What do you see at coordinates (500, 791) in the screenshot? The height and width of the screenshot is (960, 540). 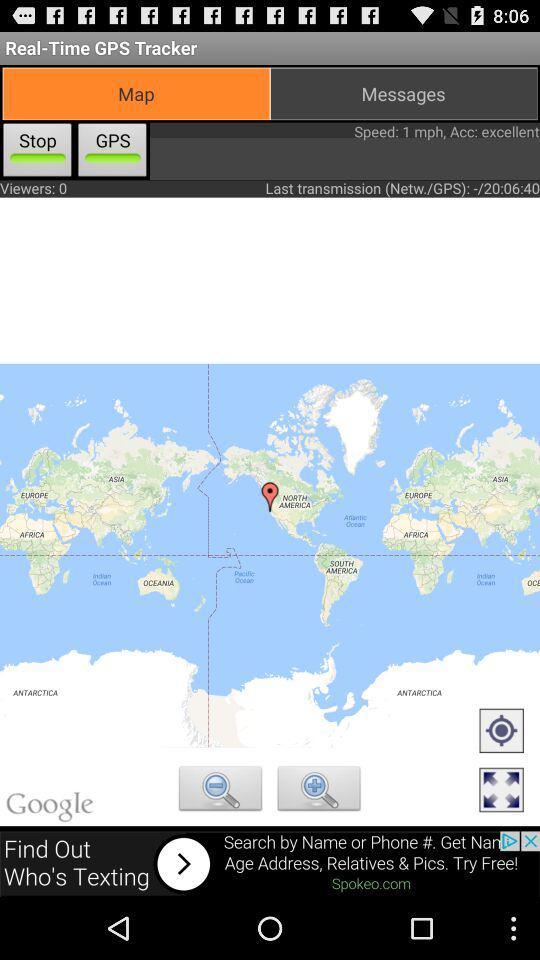 I see `expand symbol` at bounding box center [500, 791].